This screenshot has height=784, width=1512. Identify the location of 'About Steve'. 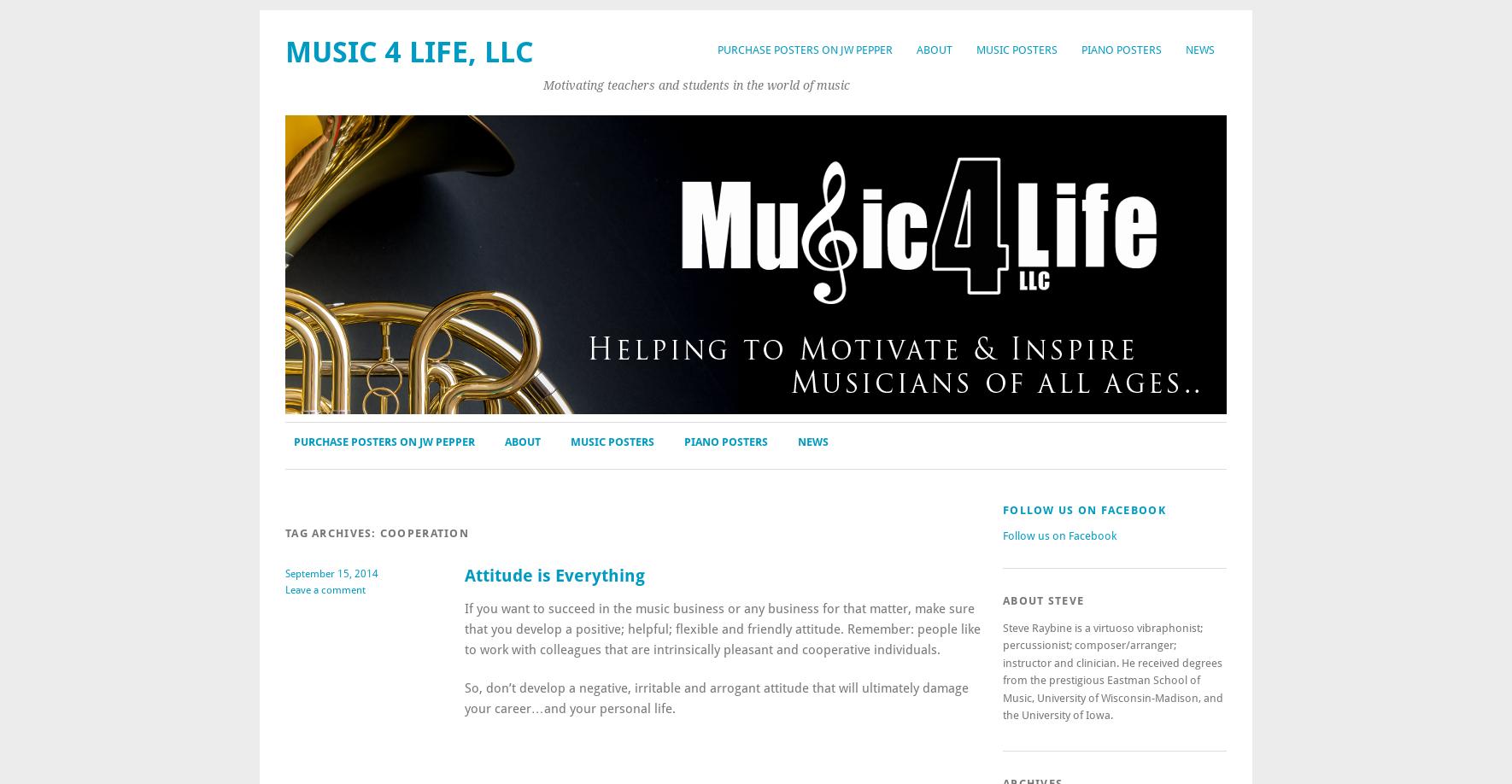
(1042, 600).